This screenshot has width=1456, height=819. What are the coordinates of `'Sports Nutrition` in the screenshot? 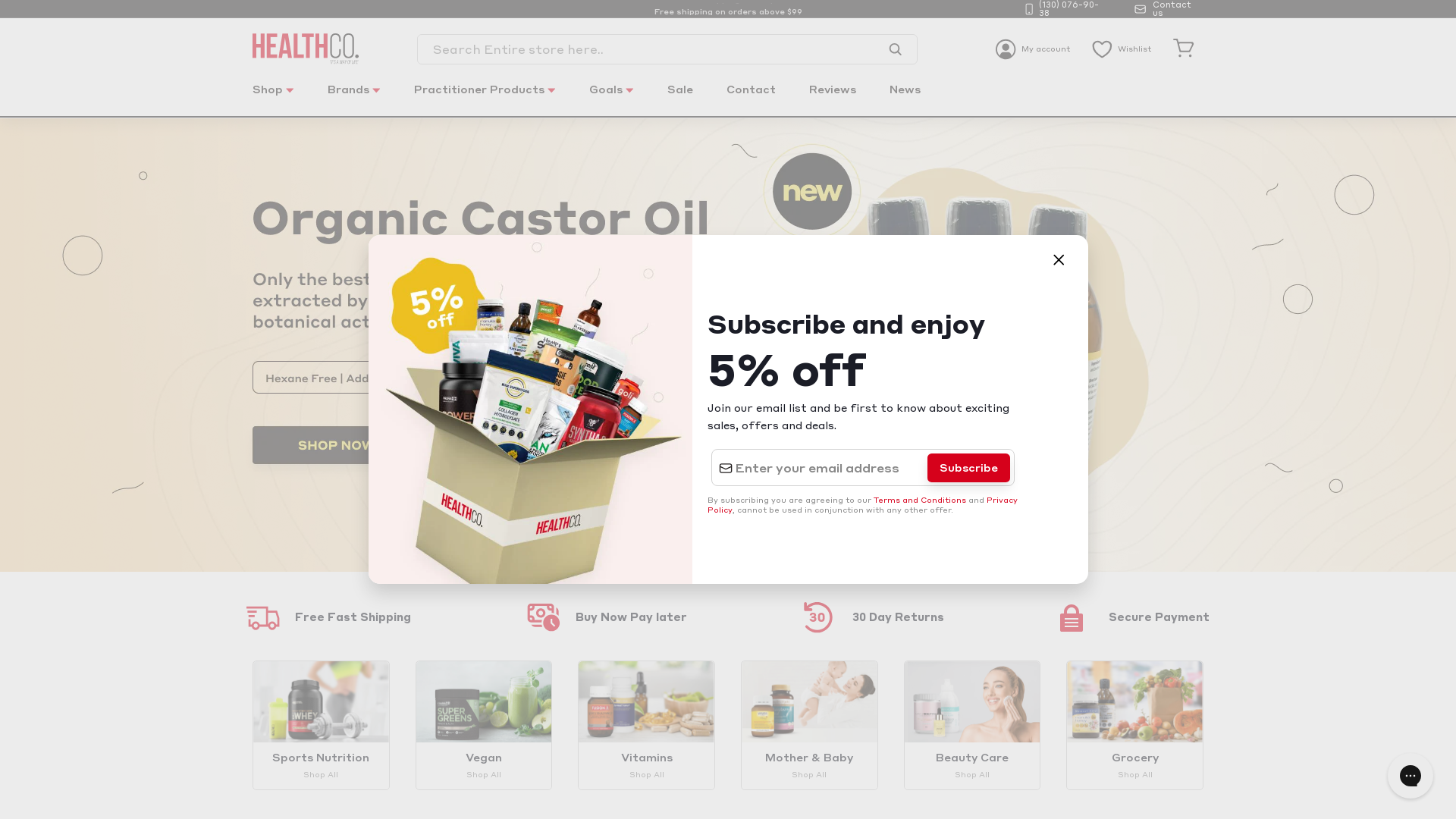 It's located at (320, 724).